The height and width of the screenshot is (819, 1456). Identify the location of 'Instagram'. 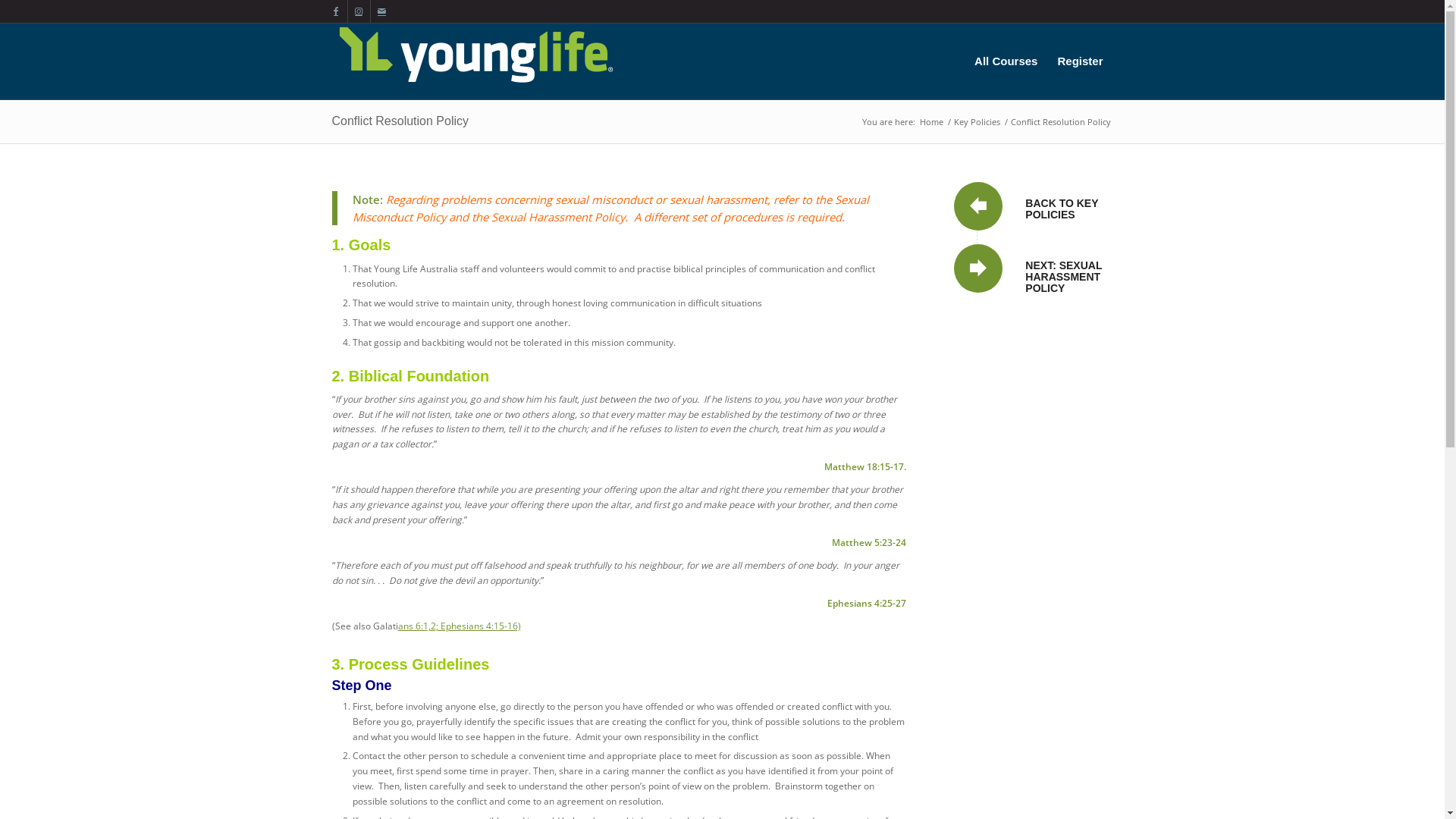
(357, 11).